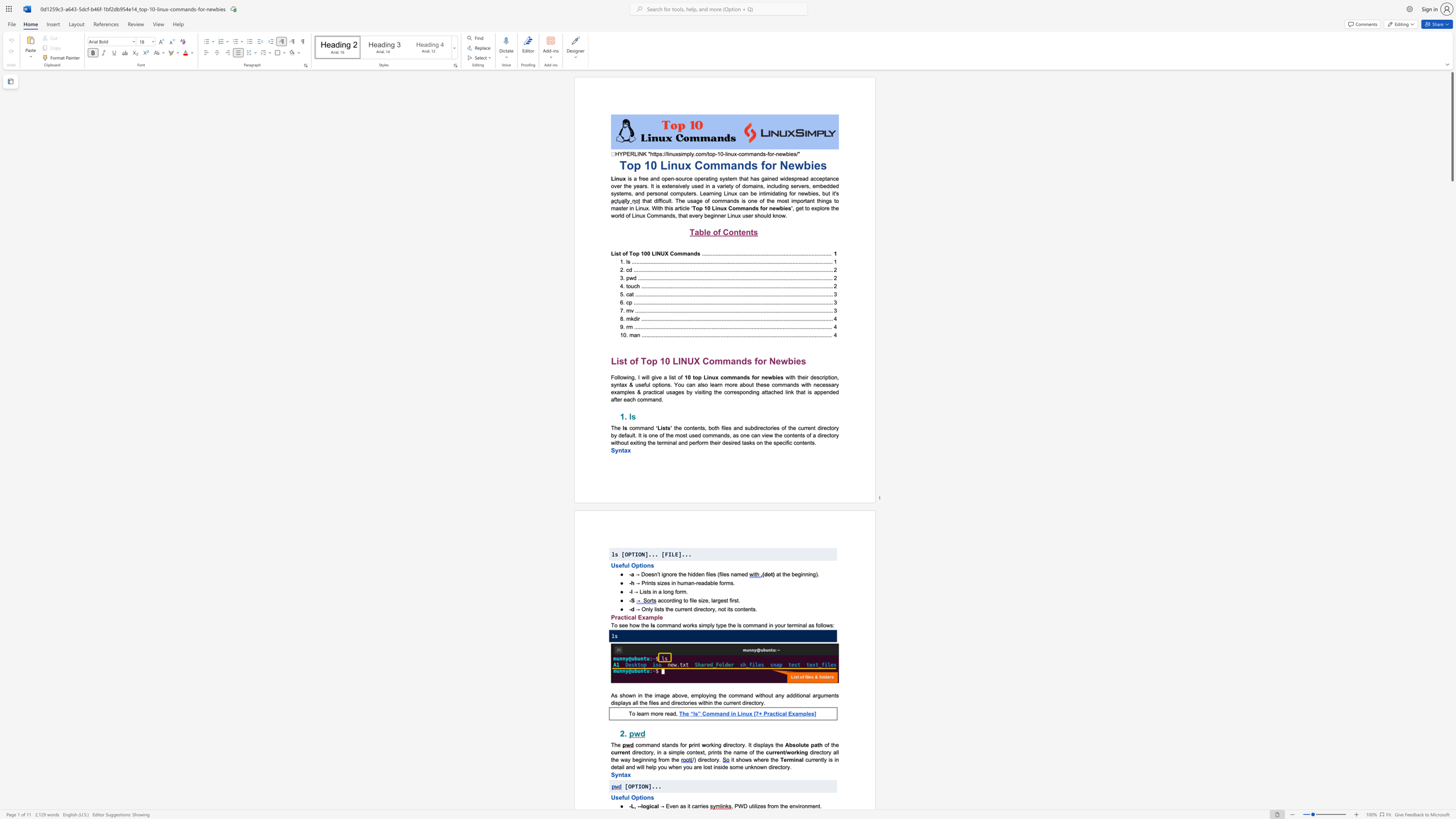 This screenshot has height=819, width=1456. Describe the element at coordinates (814, 695) in the screenshot. I see `the 1th character "a" in the text` at that location.